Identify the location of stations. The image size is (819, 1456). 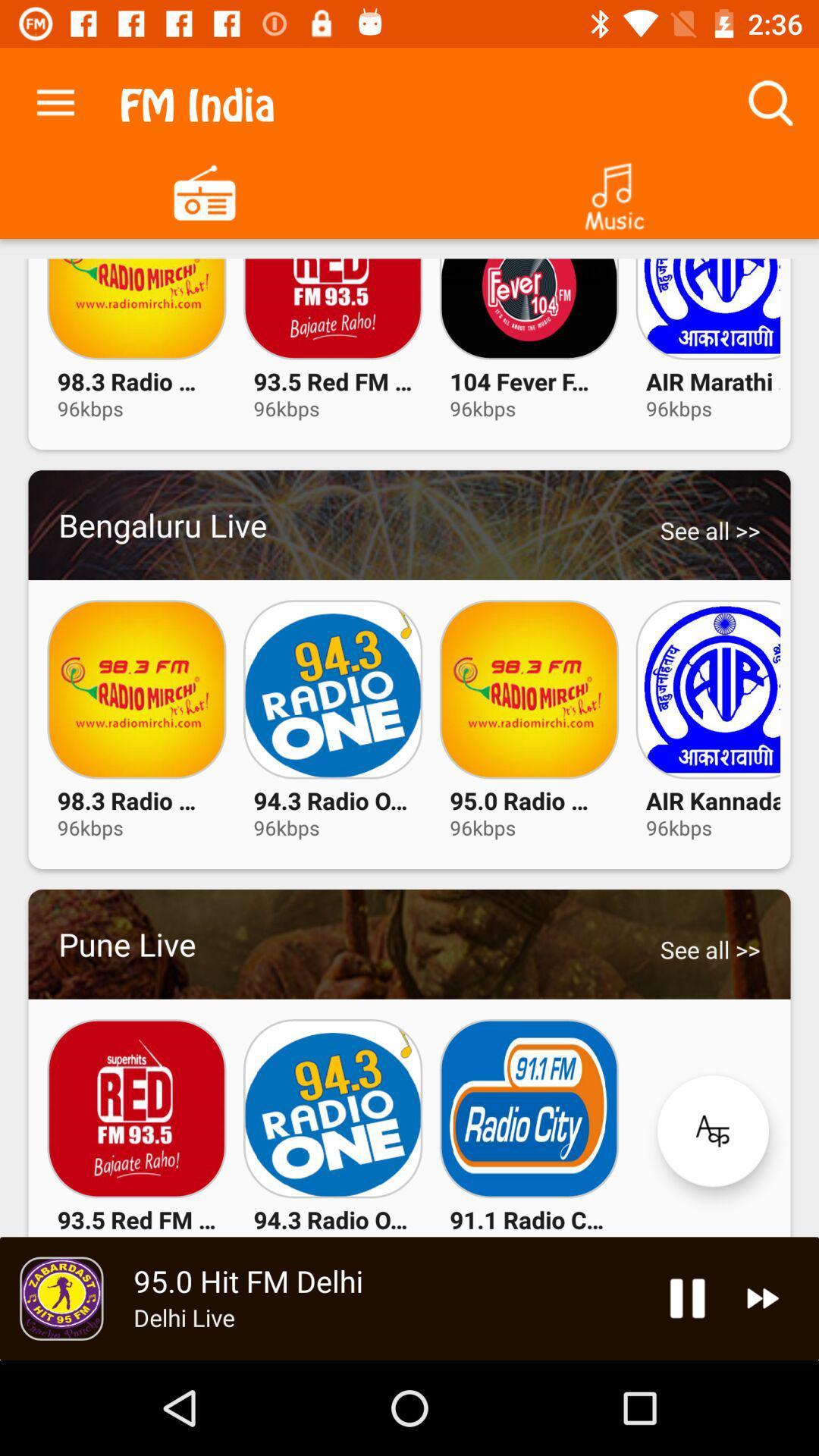
(205, 190).